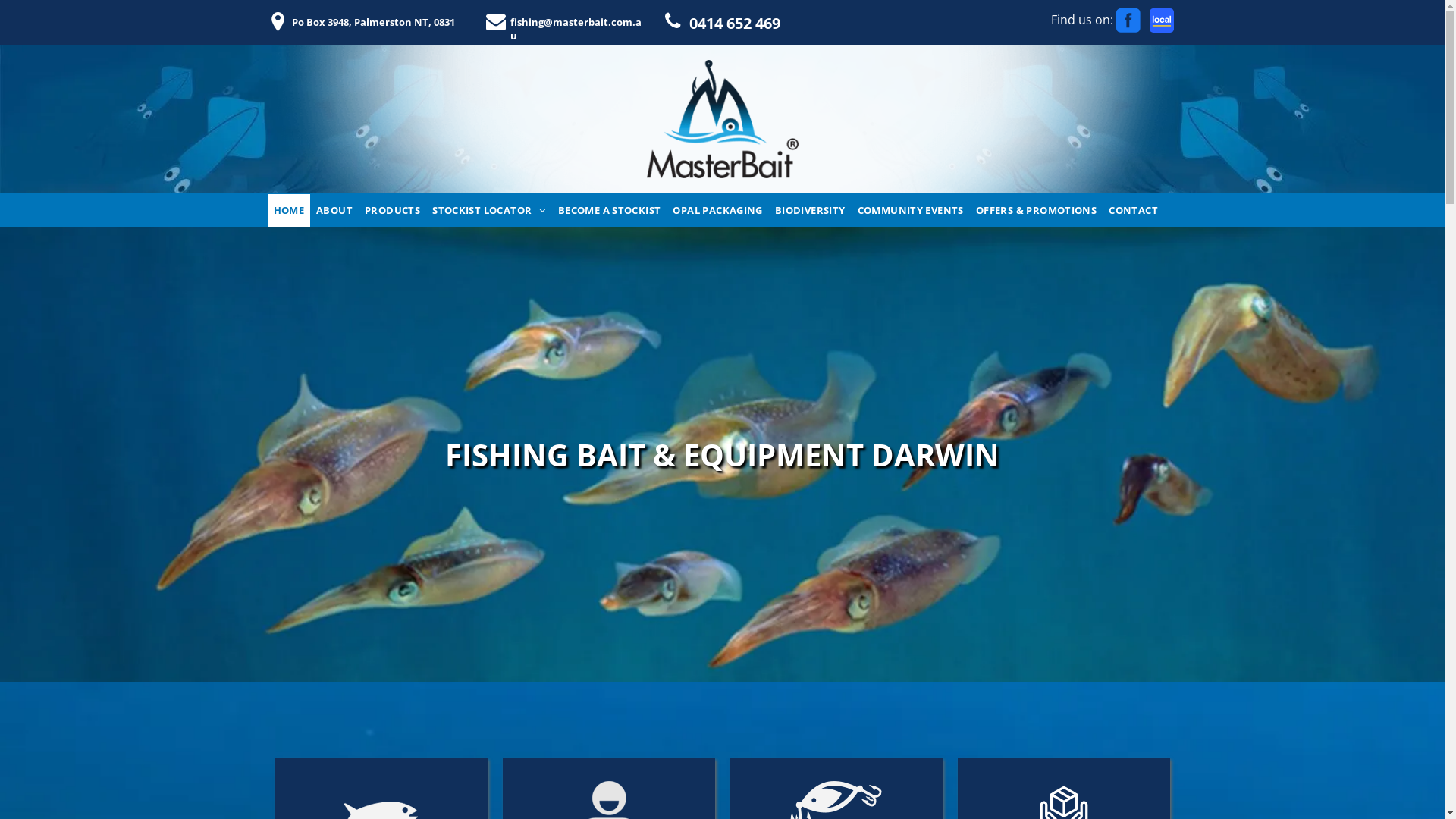 Image resolution: width=1456 pixels, height=819 pixels. I want to click on 'www.localsearch.com.au', so click(1160, 20).